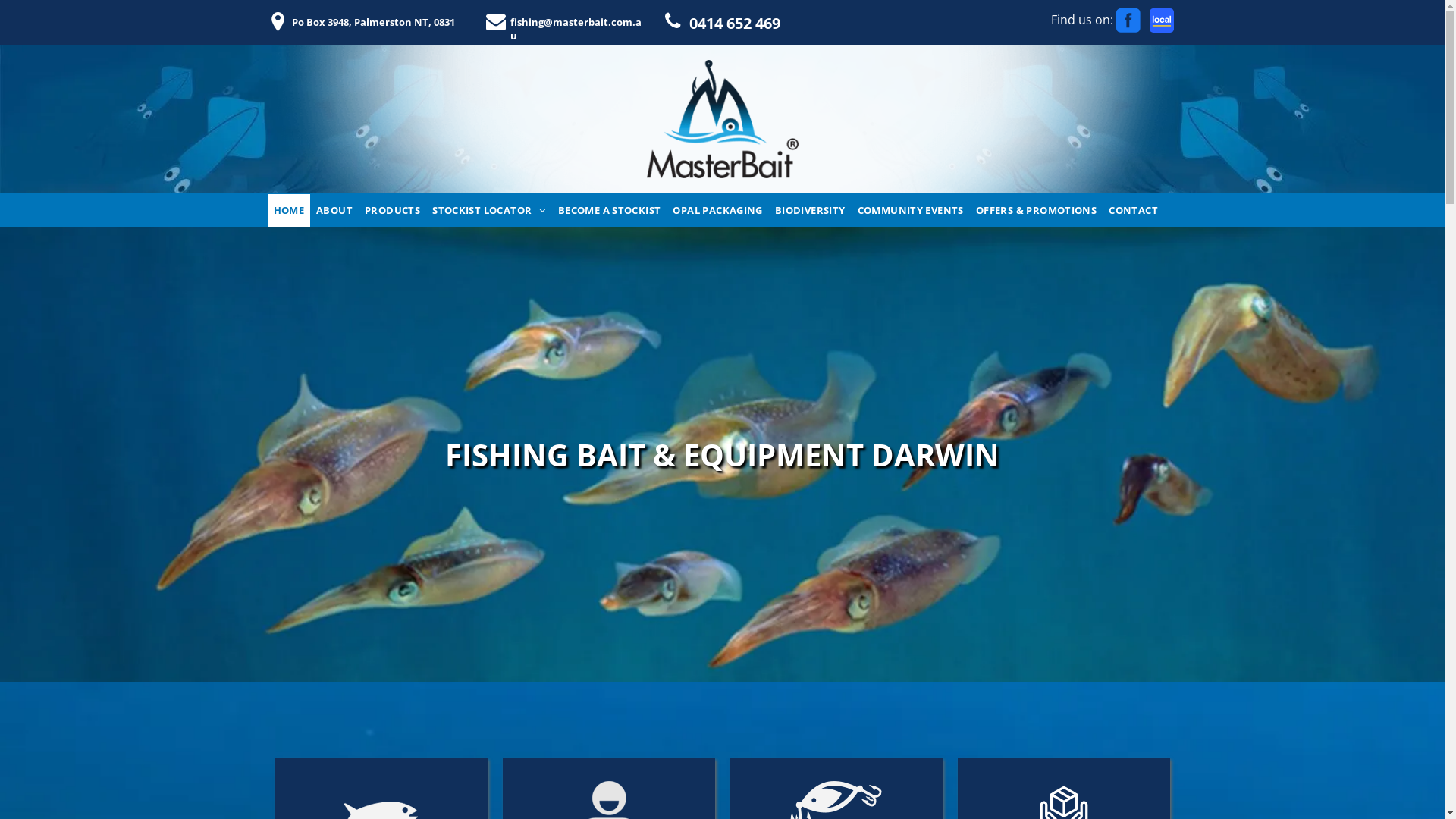 Image resolution: width=1456 pixels, height=819 pixels. I want to click on 'www.localsearch.com.au', so click(1160, 20).